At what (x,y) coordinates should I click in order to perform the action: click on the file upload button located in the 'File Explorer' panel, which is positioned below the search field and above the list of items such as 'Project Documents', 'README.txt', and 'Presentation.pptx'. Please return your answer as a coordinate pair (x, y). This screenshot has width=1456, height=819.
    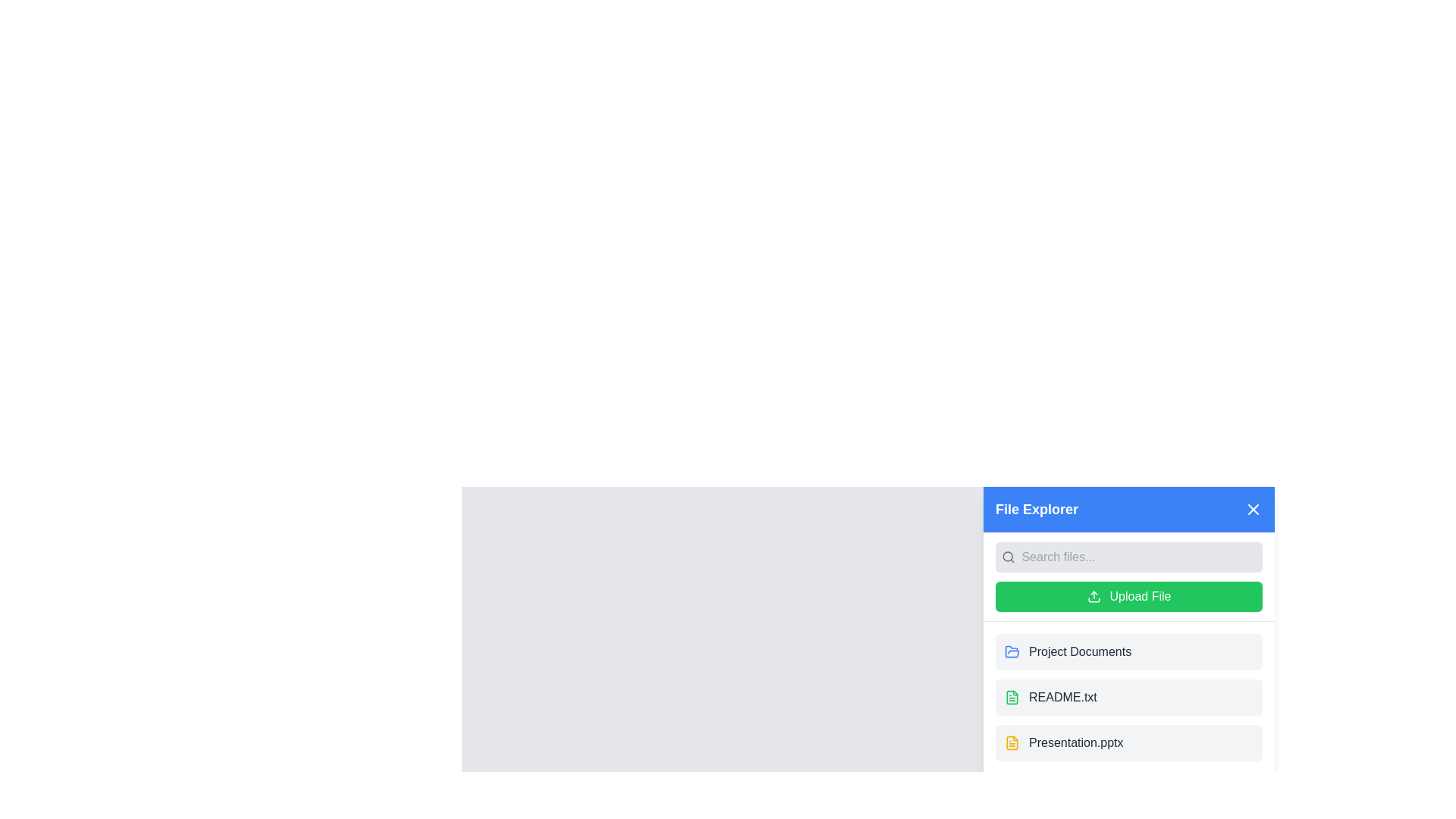
    Looking at the image, I should click on (1128, 576).